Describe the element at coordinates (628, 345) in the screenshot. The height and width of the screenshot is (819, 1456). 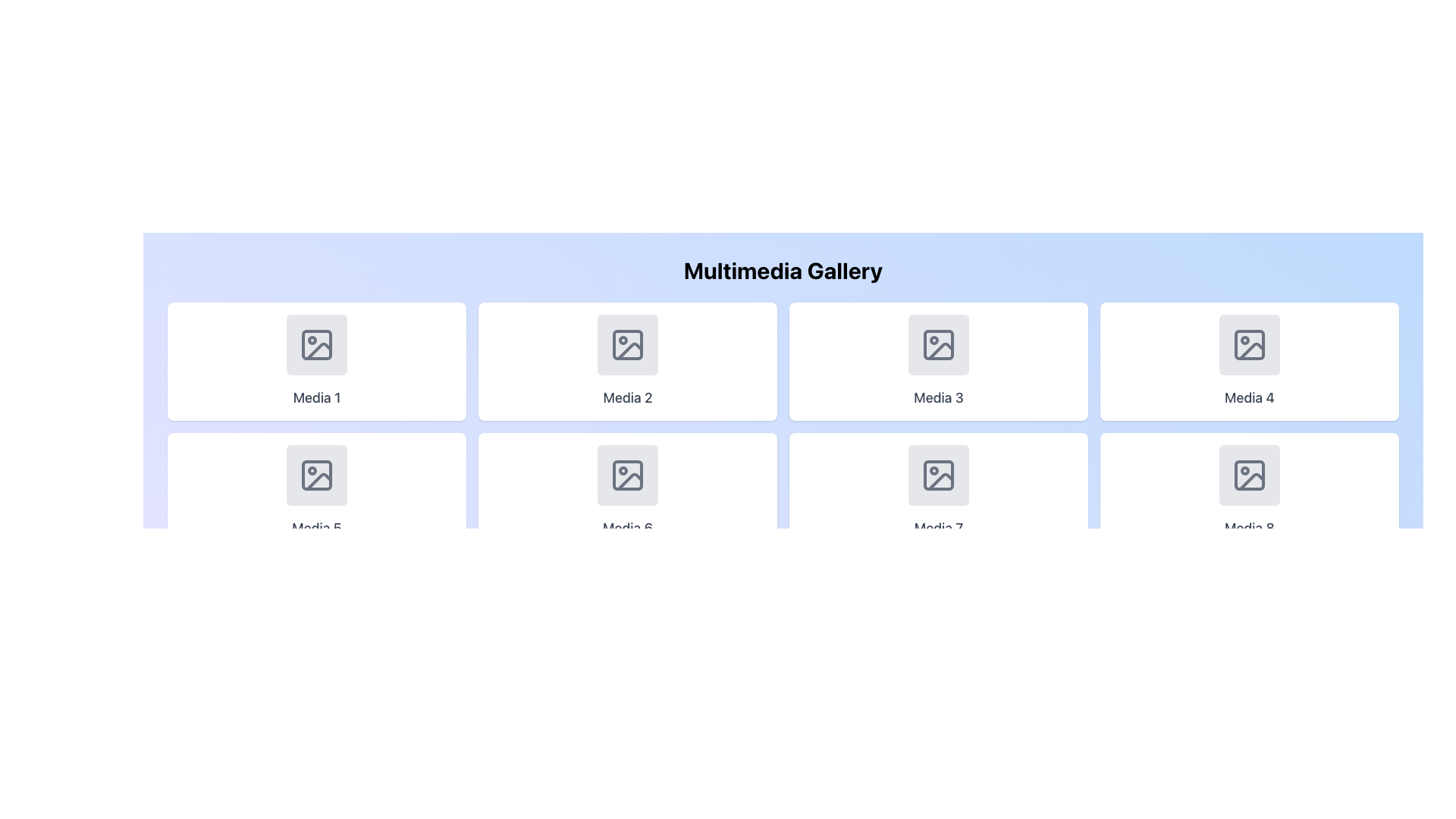
I see `the small square-shaped vector graphic located in the upper-center quadrant of the second image placeholder (Media 2)` at that location.